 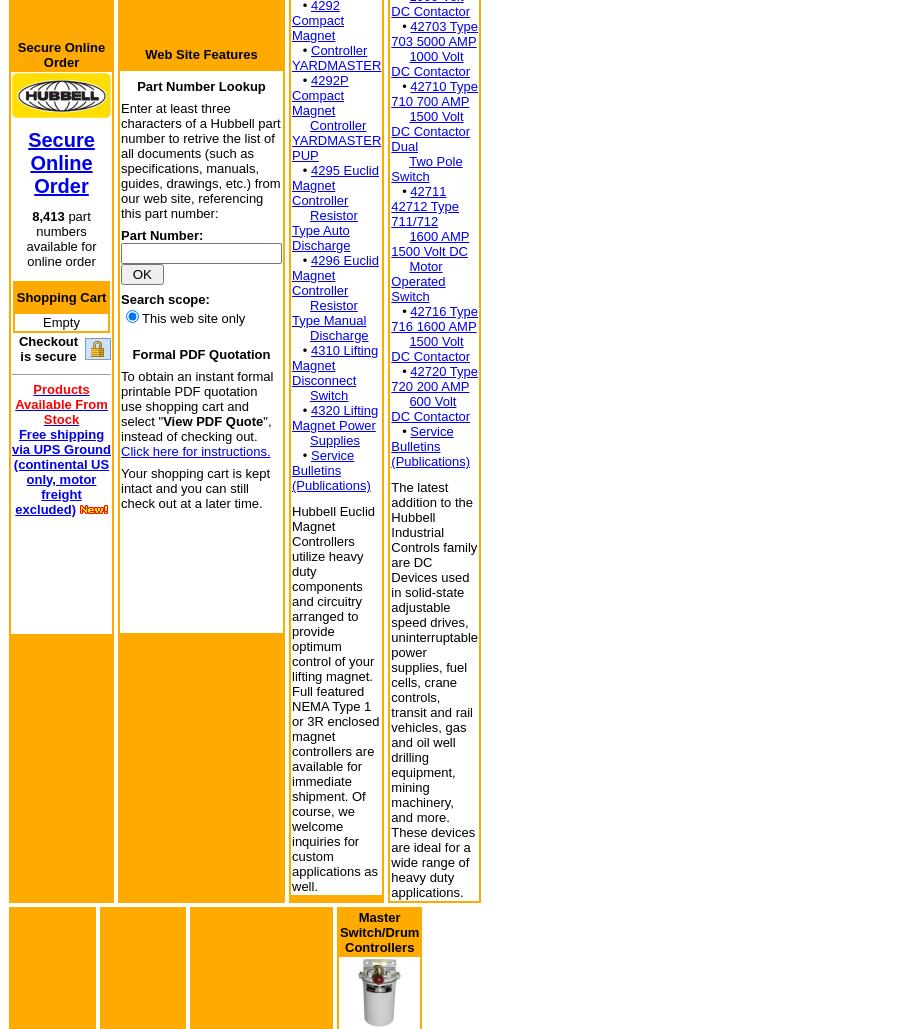 What do you see at coordinates (338, 334) in the screenshot?
I see `'Discharge'` at bounding box center [338, 334].